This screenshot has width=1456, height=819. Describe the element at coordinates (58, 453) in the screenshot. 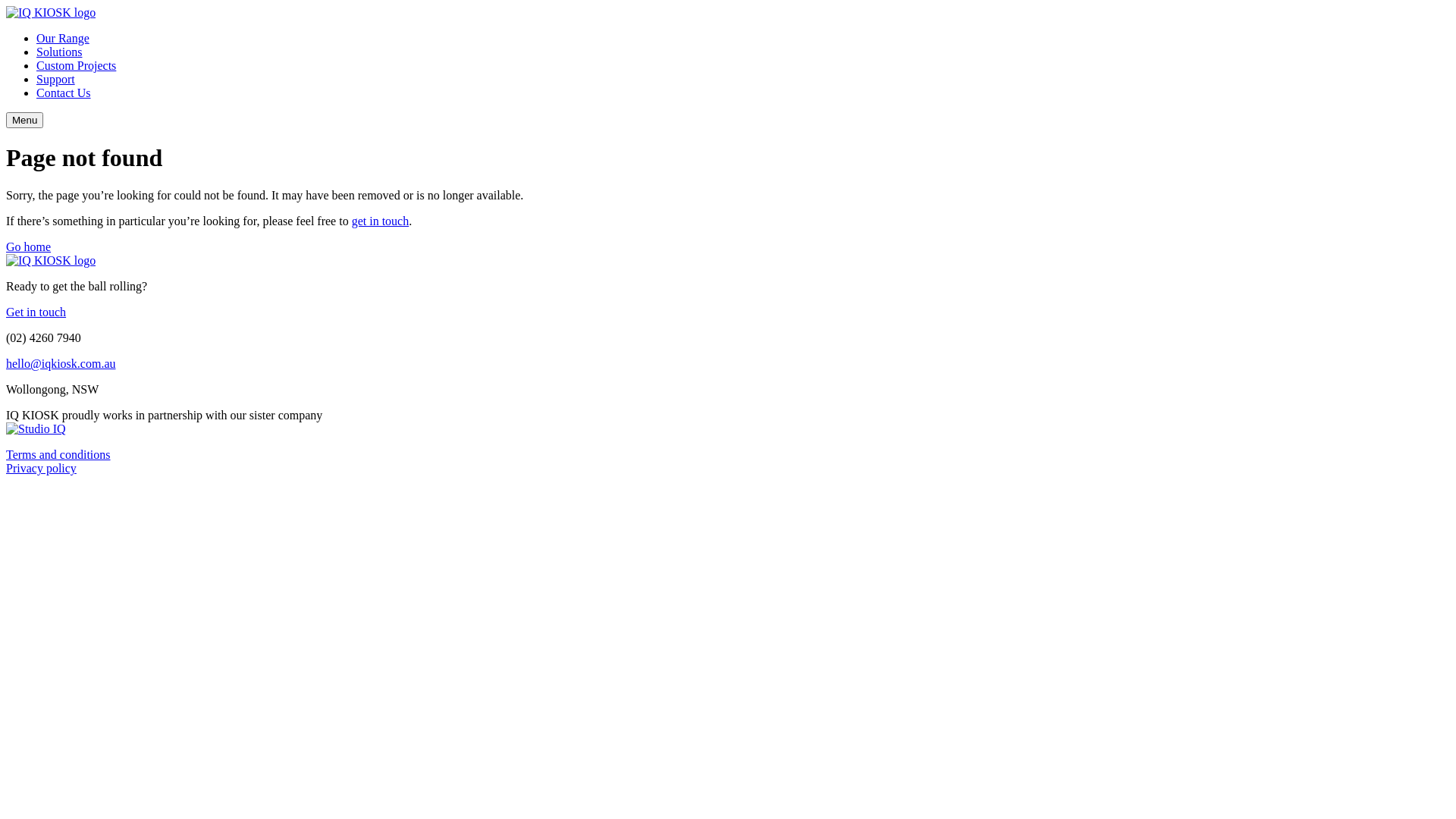

I see `'Terms and conditions'` at that location.